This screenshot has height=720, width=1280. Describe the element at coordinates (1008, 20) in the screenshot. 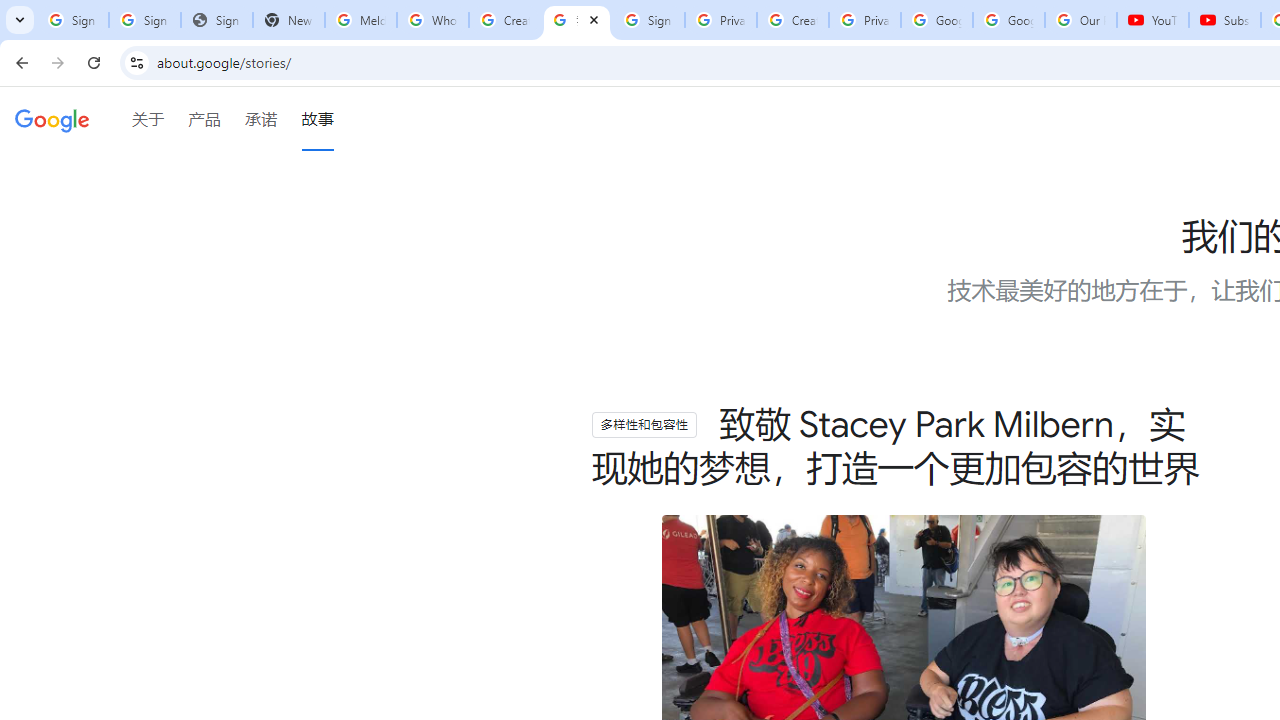

I see `'Google Account'` at that location.